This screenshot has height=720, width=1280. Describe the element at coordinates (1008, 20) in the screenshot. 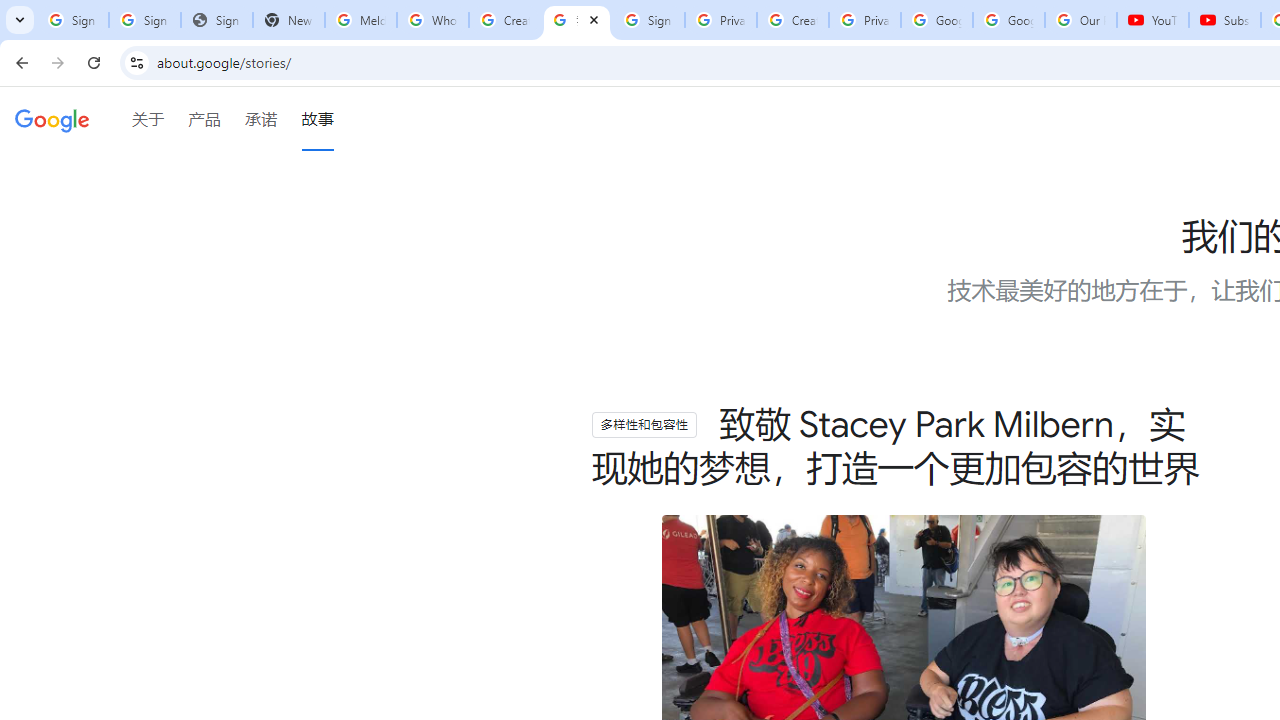

I see `'Google Account'` at that location.